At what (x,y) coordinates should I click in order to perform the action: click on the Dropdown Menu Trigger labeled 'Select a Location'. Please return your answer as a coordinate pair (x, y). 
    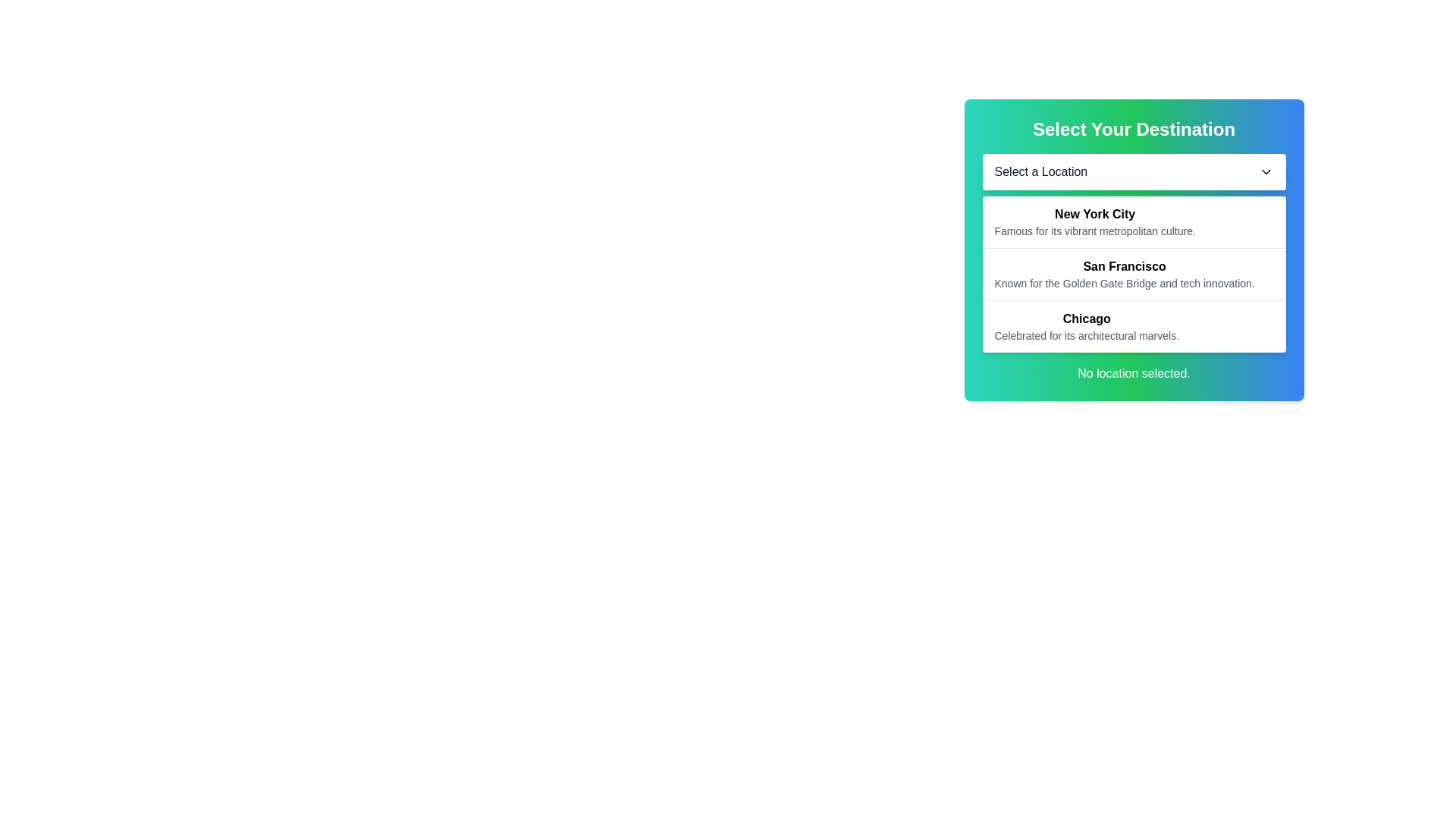
    Looking at the image, I should click on (1134, 171).